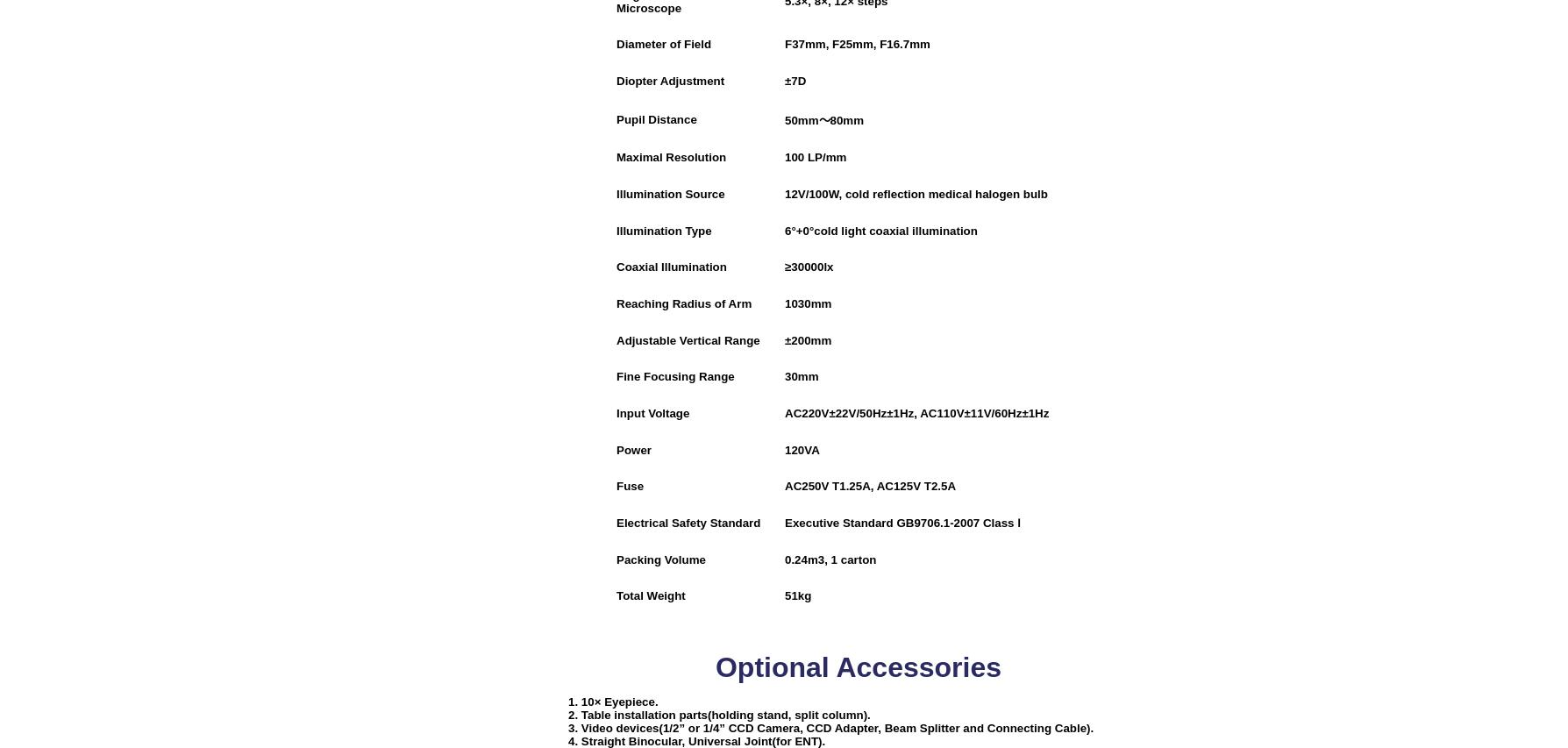 The image size is (1568, 748). Describe the element at coordinates (802, 449) in the screenshot. I see `'120VA'` at that location.